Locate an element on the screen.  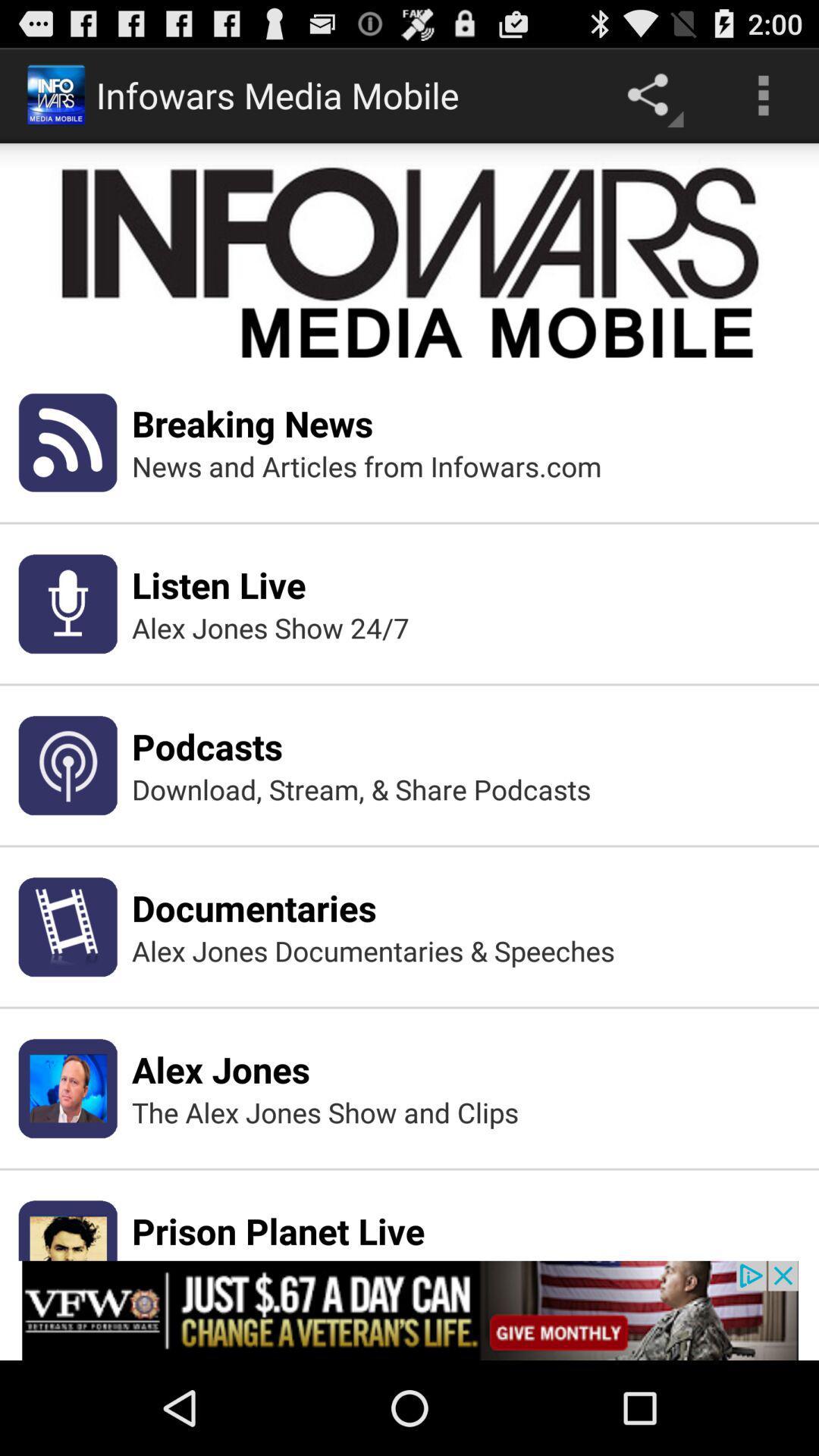
the add link is located at coordinates (409, 1310).